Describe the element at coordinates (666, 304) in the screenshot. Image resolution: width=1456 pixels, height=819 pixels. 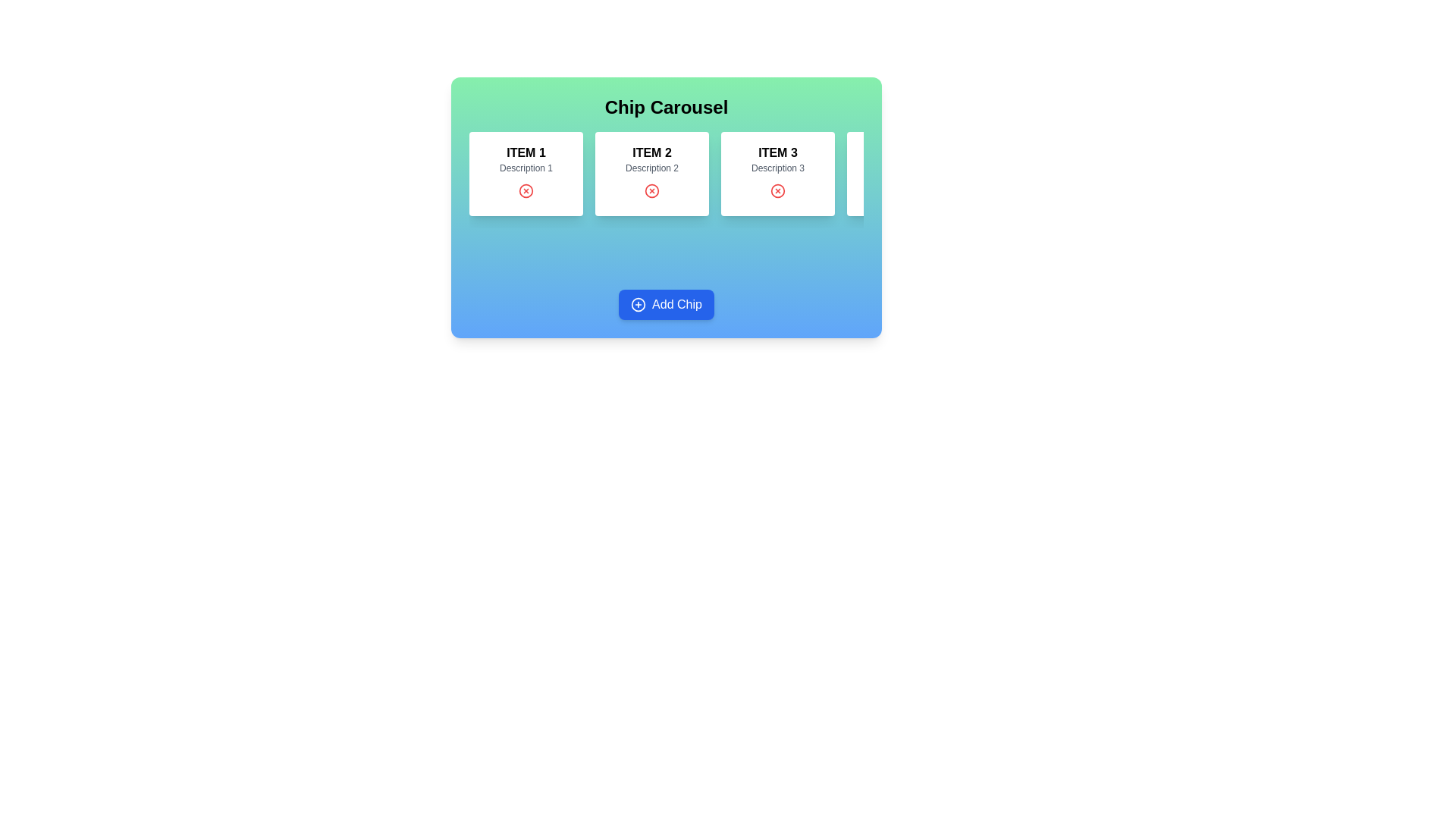
I see `the 'Add Chip' button to add a new chip to the carousel` at that location.